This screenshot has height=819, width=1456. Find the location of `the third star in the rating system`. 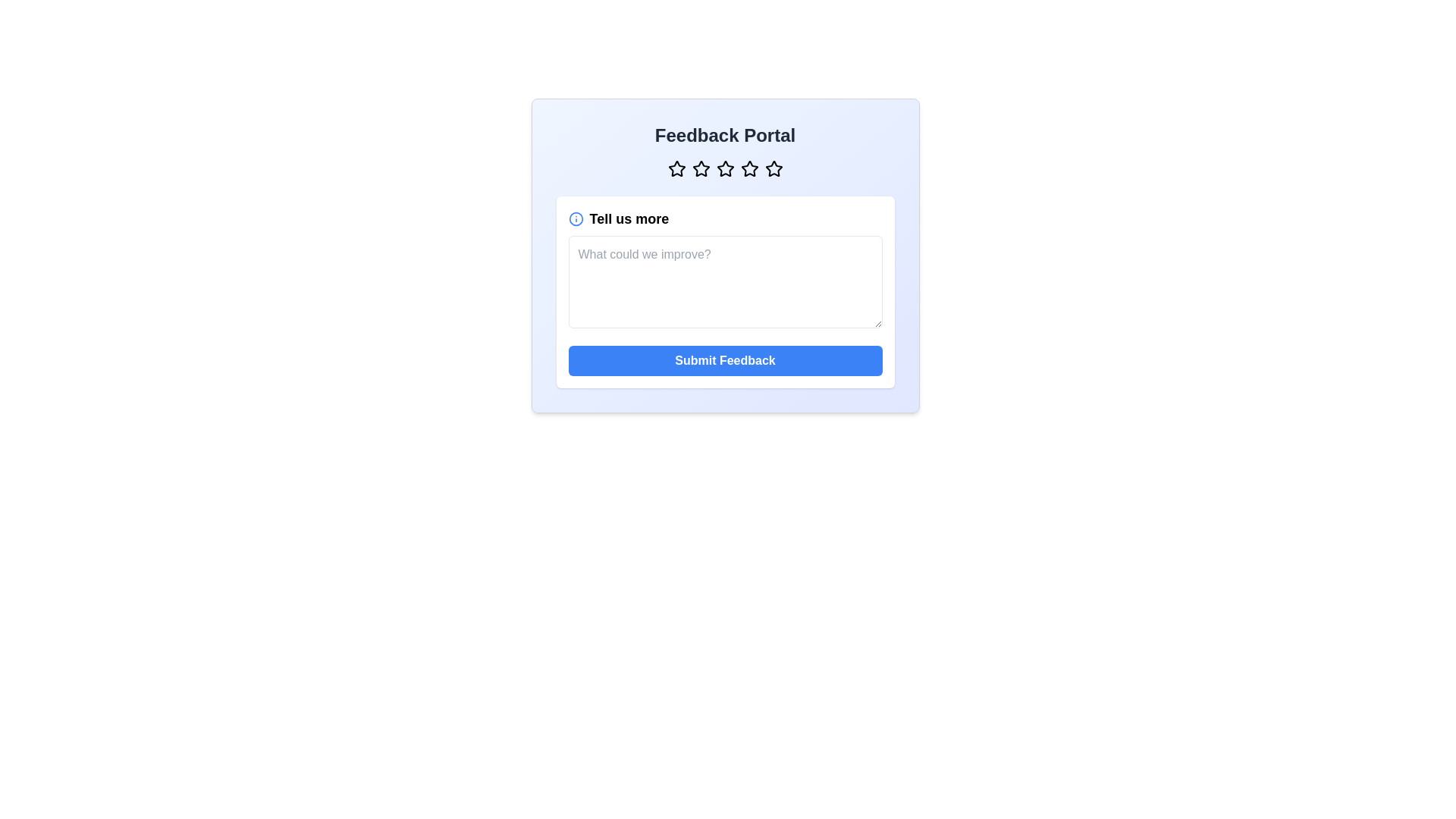

the third star in the rating system is located at coordinates (700, 169).